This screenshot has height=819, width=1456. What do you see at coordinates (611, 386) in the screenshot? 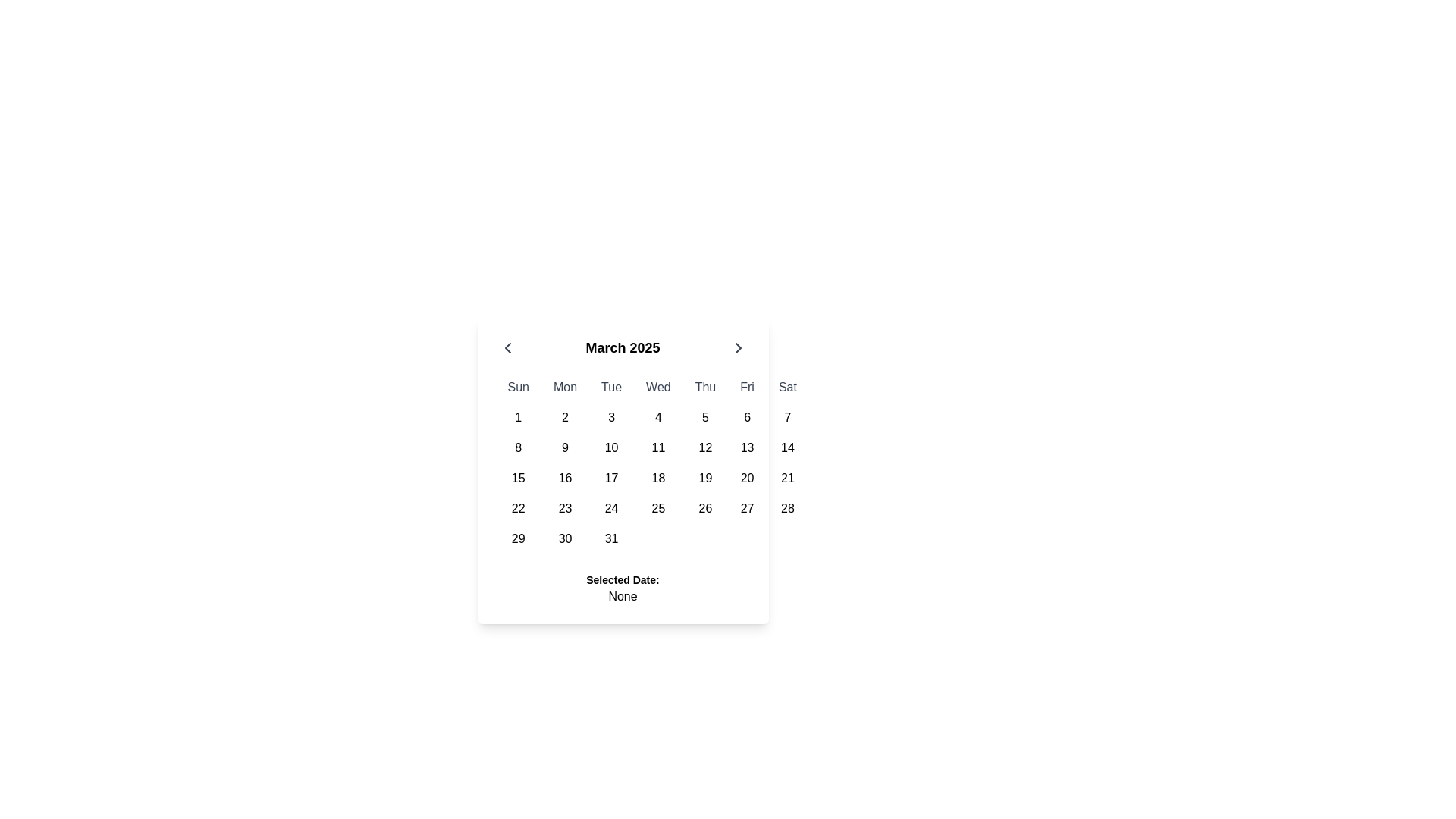
I see `the static text label for 'Tuesday', which is the third element in the sequence of weekday abbreviations, located below the title 'March 2025' in the calendar interface` at bounding box center [611, 386].